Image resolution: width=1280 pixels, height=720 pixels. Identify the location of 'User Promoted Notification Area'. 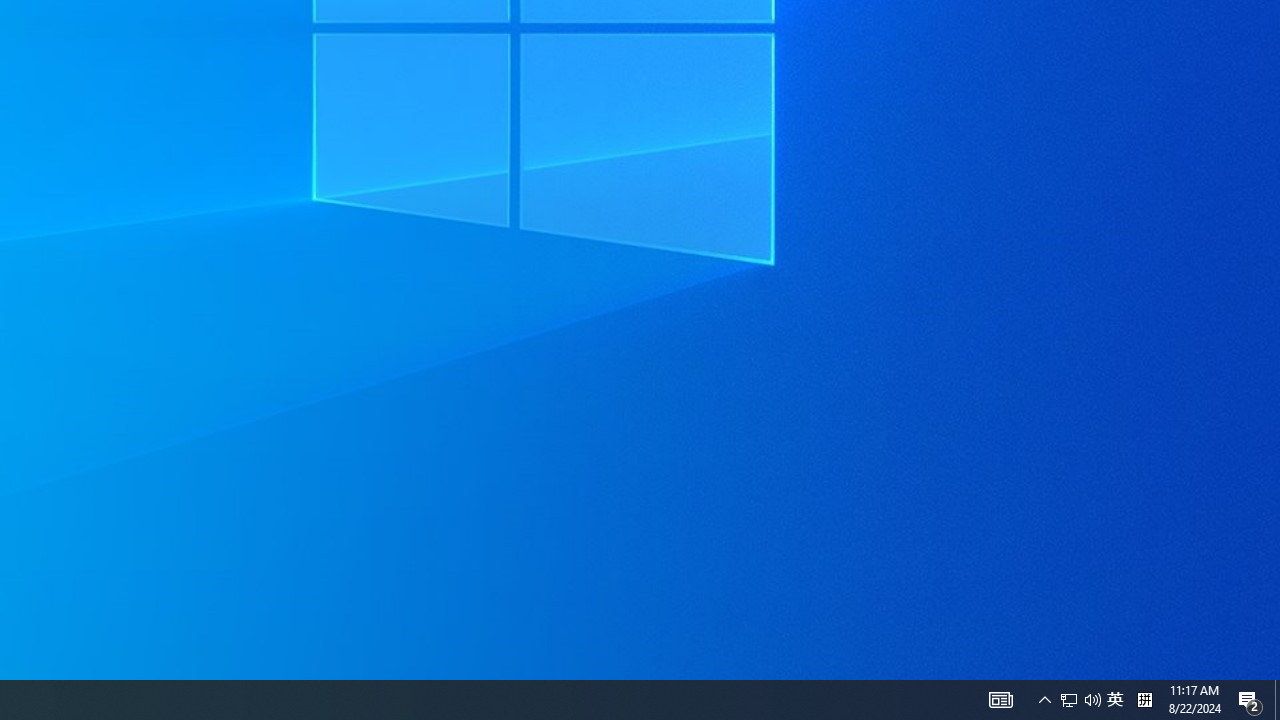
(1044, 698).